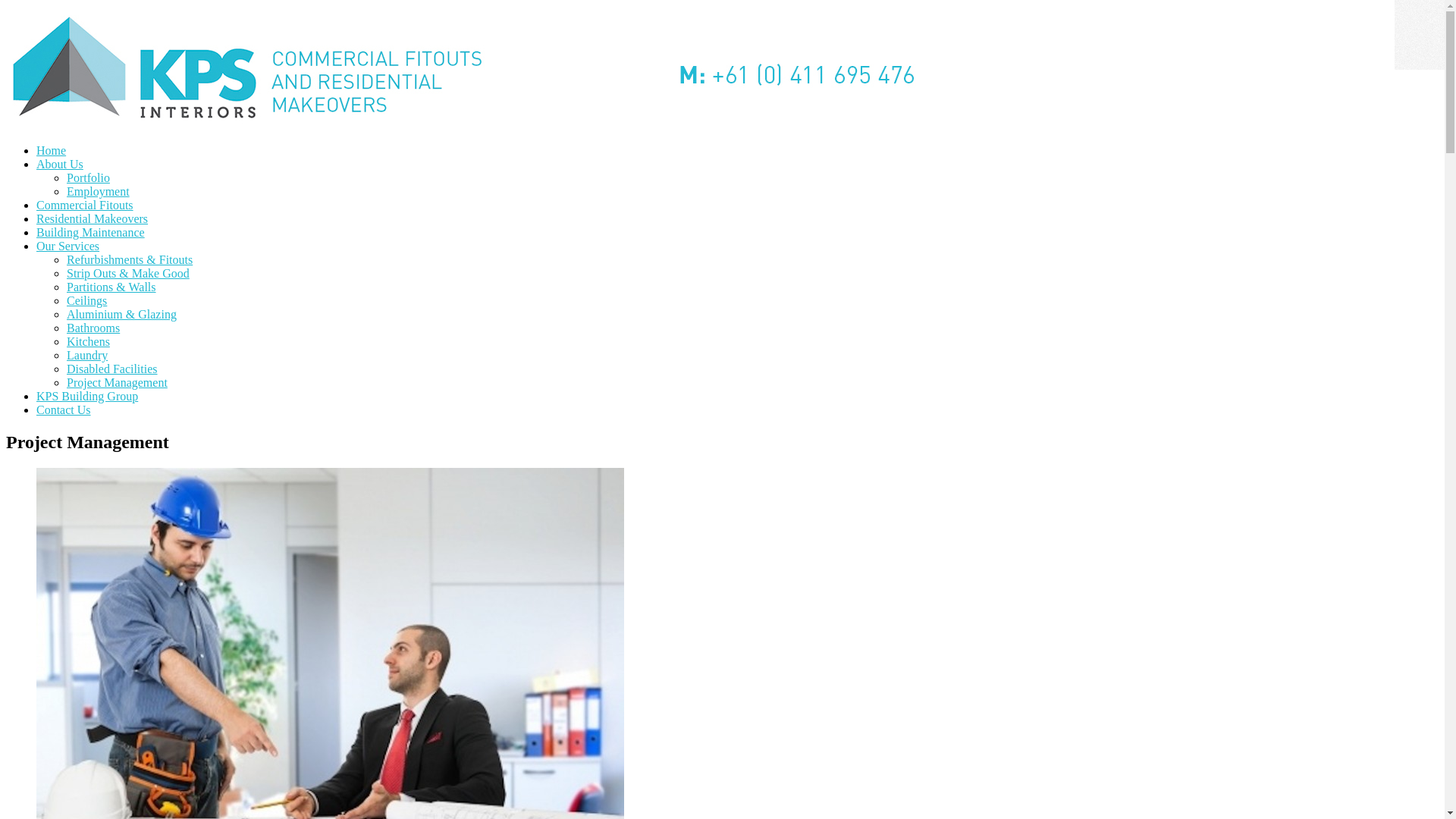 This screenshot has height=819, width=1456. What do you see at coordinates (127, 273) in the screenshot?
I see `'Strip Outs & Make Good'` at bounding box center [127, 273].